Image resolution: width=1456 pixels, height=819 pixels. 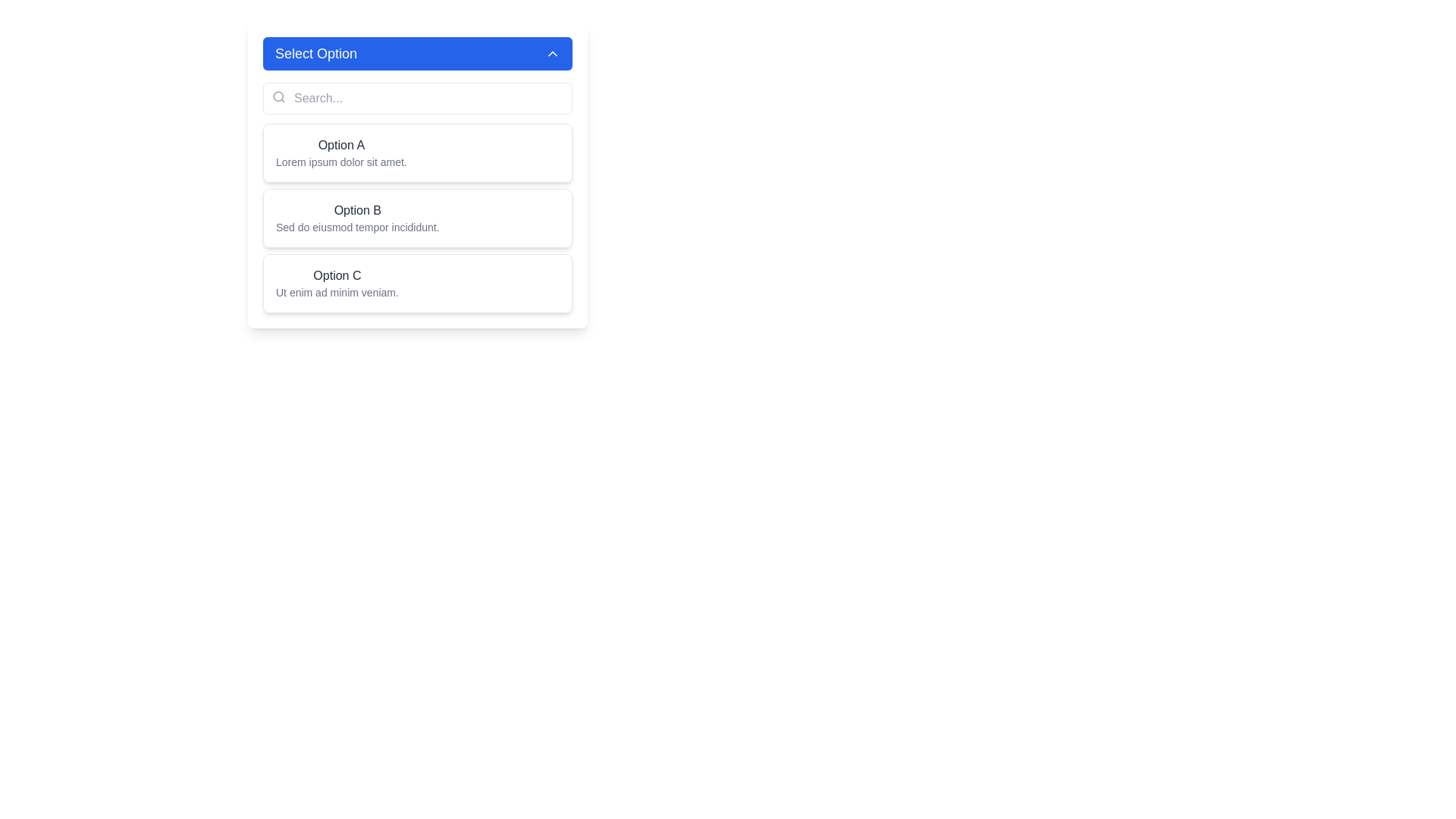 What do you see at coordinates (336, 292) in the screenshot?
I see `the static text label that provides additional details for 'Option C', located as the second text line below it in the dropdown-like UI` at bounding box center [336, 292].